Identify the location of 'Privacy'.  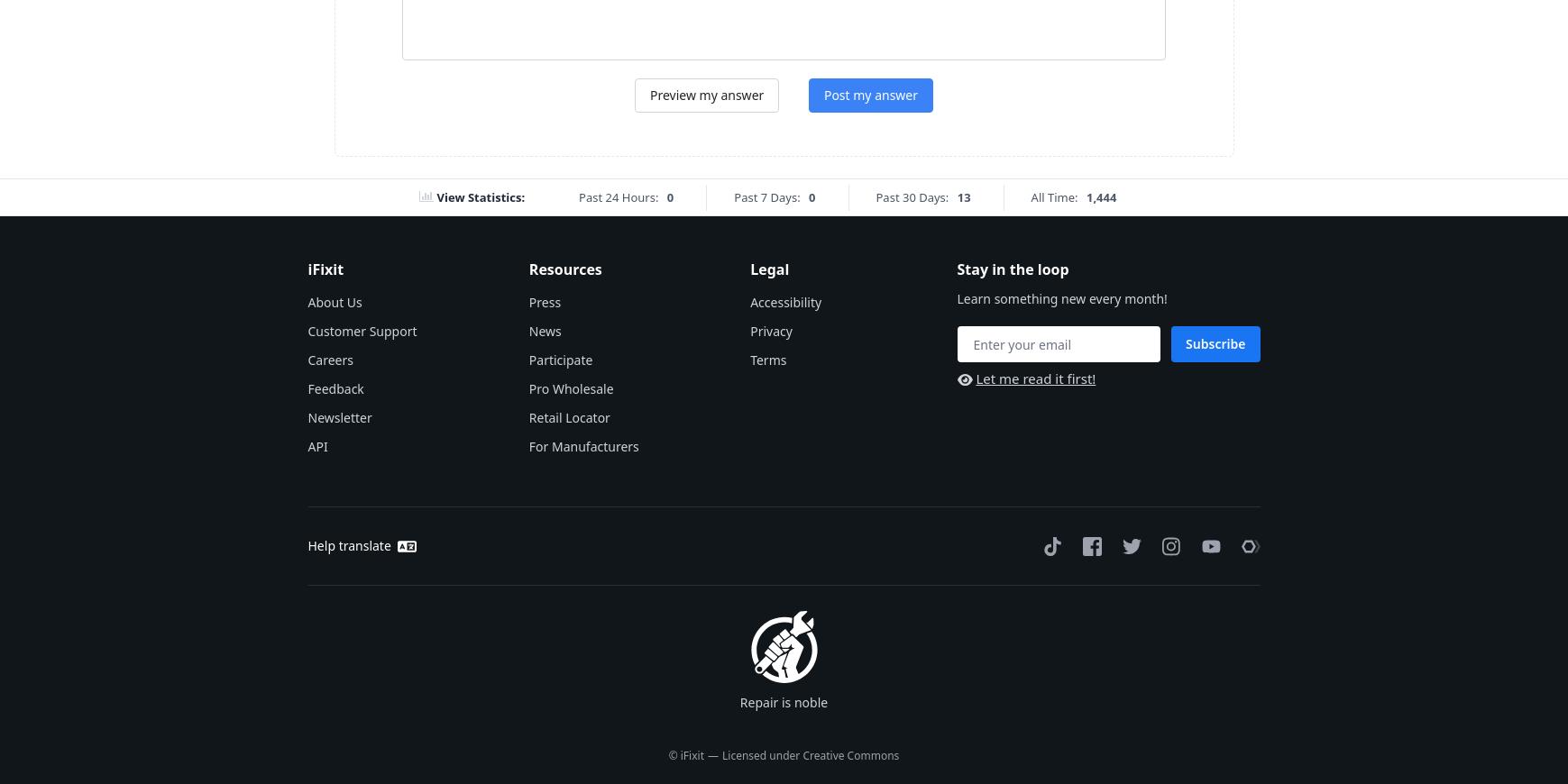
(770, 331).